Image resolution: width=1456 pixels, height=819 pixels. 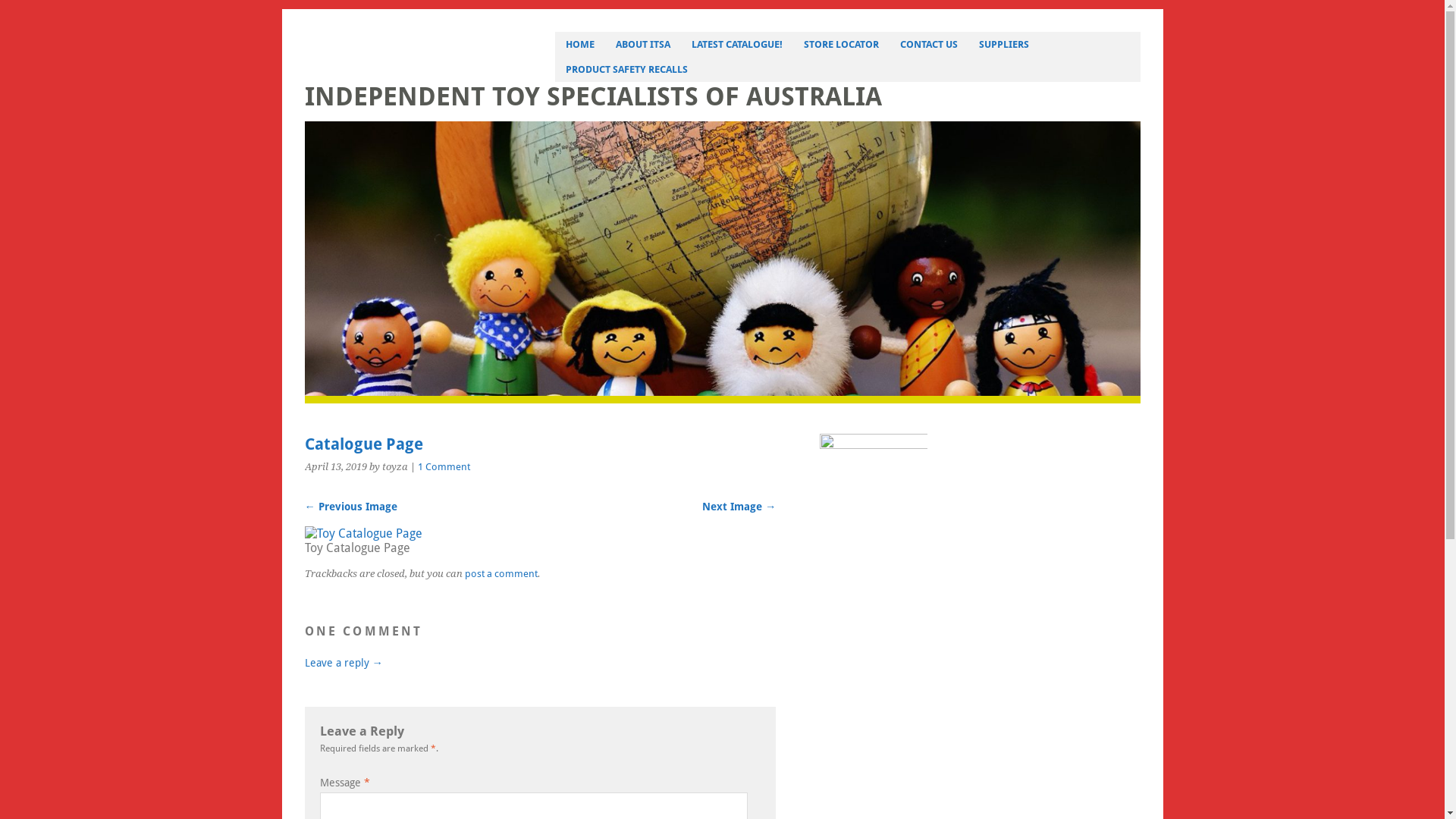 I want to click on 'Catalogue Page', so click(x=304, y=532).